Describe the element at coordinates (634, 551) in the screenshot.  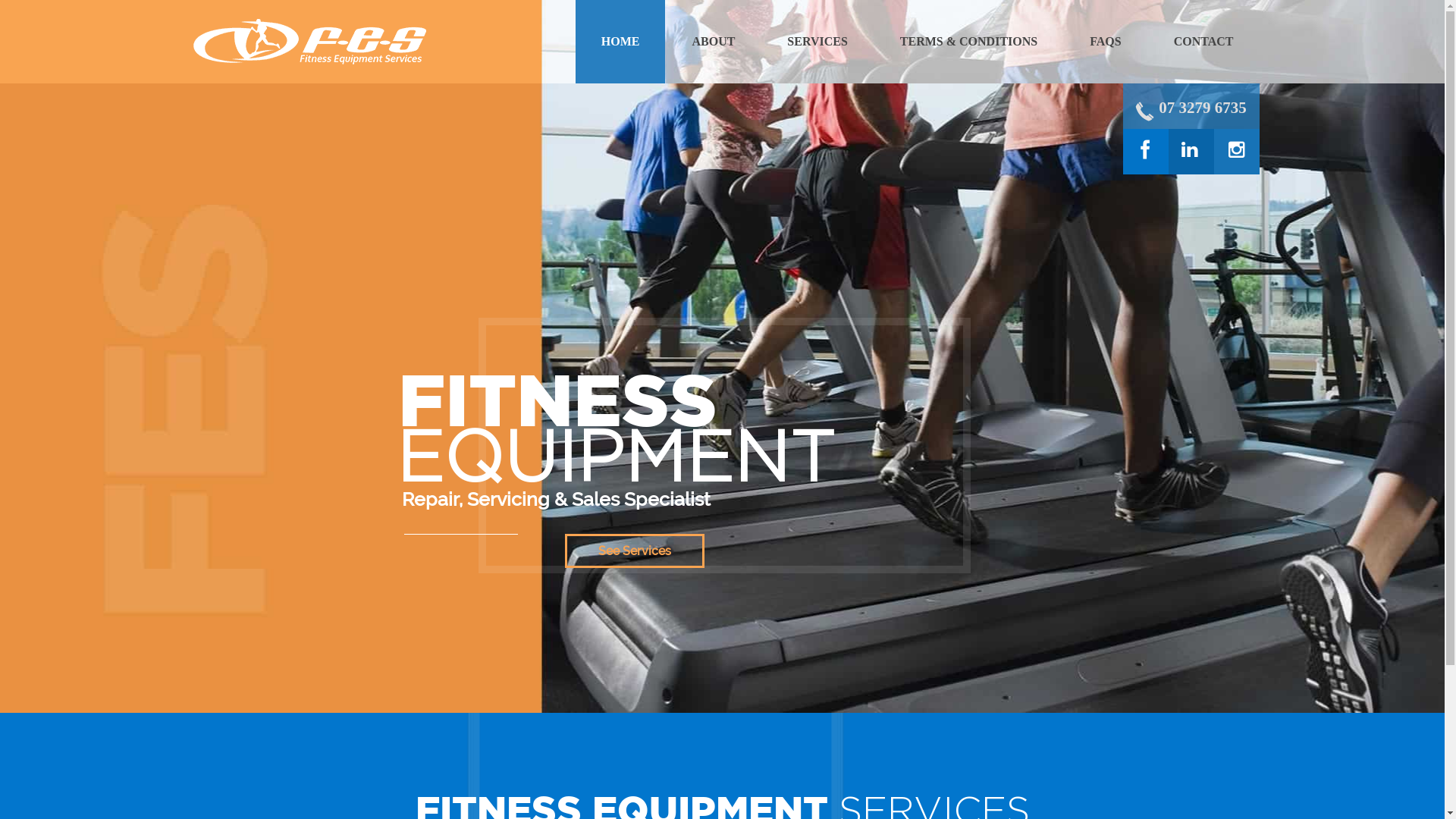
I see `'See Services'` at that location.